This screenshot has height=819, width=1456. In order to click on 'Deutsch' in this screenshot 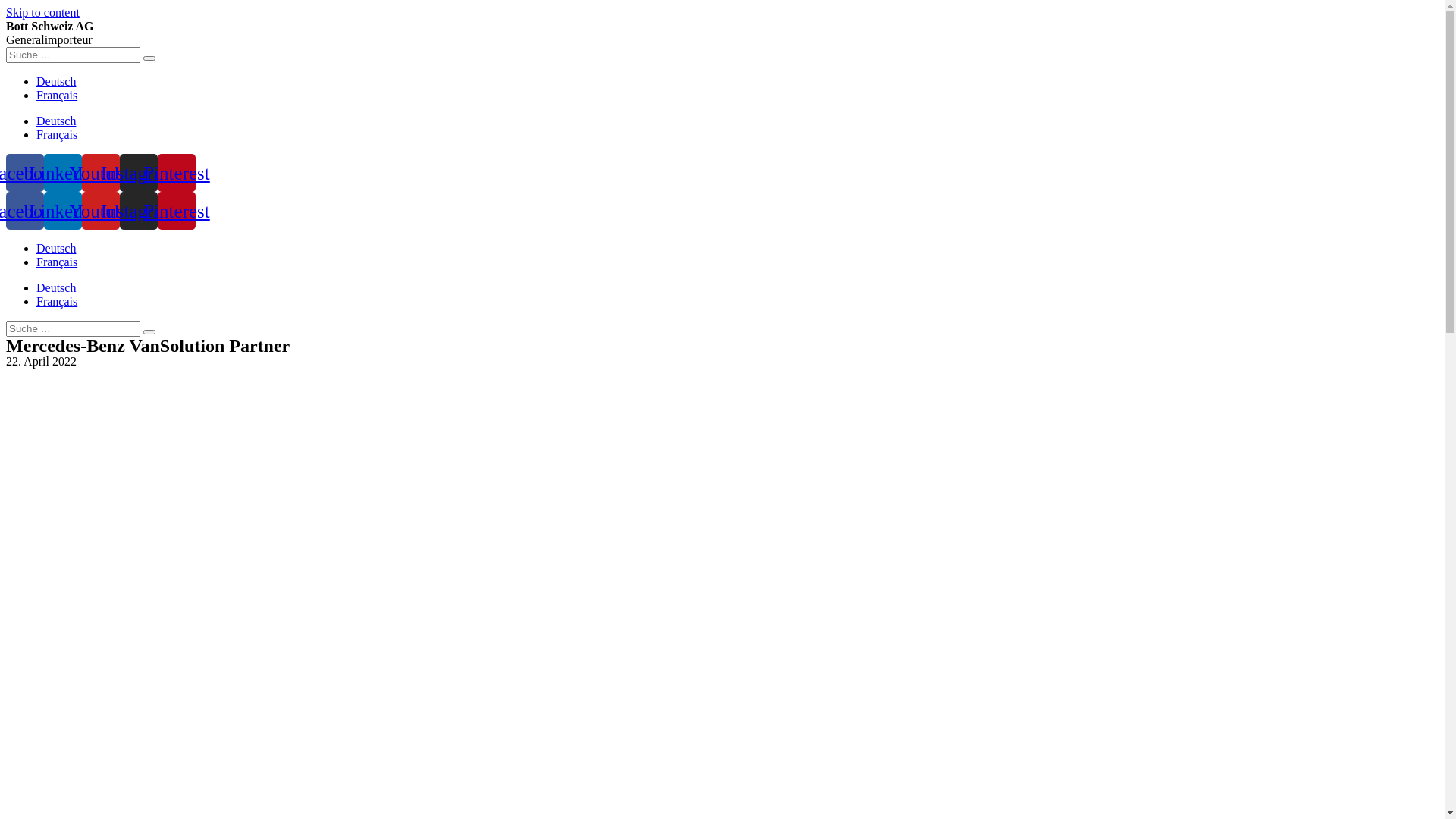, I will do `click(55, 81)`.